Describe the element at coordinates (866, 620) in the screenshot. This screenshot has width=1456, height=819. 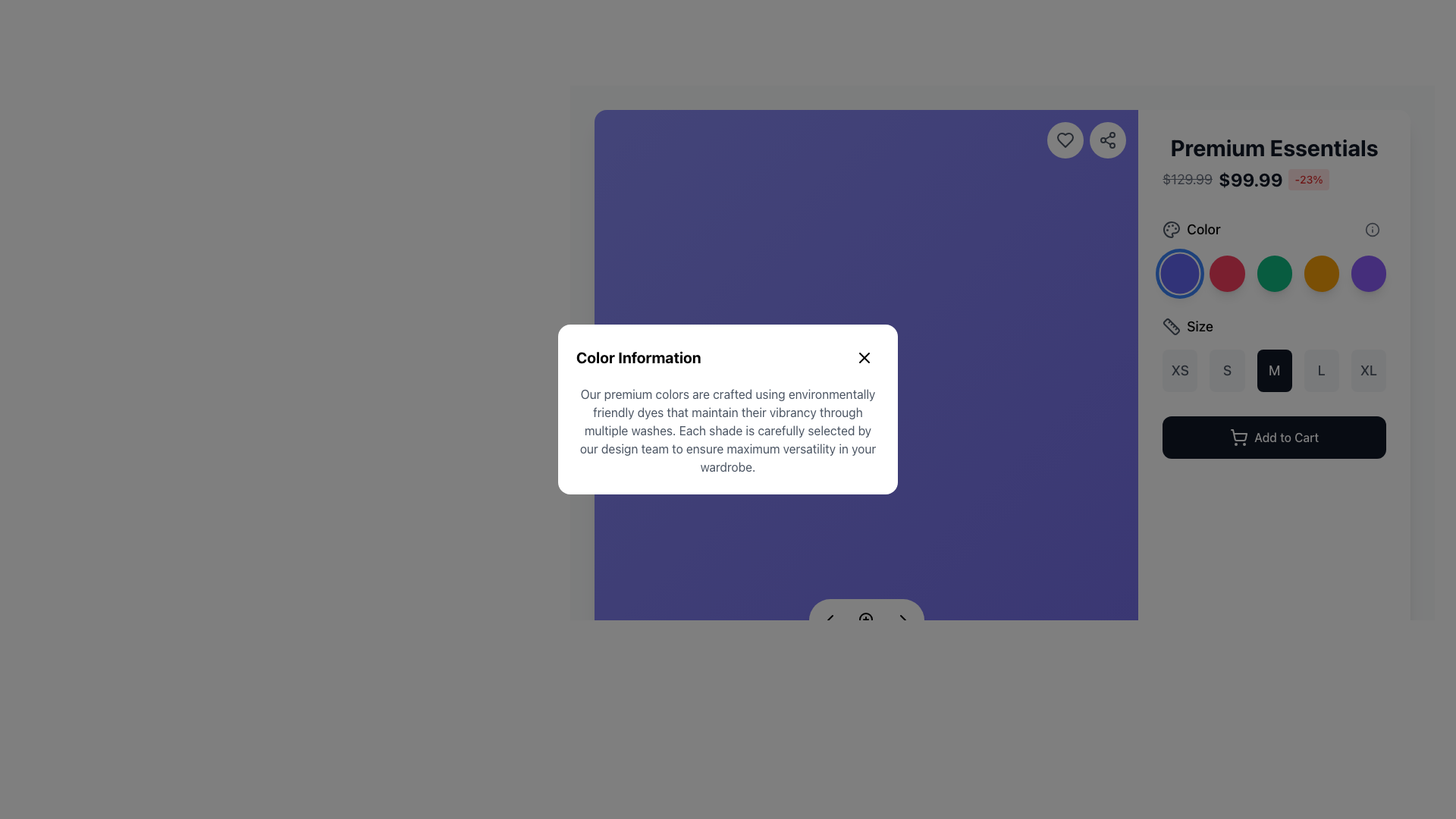
I see `the magnifying glass icon with a plus sign in the center, located inside the circular button at the bottom center of the interface to zoom in` at that location.